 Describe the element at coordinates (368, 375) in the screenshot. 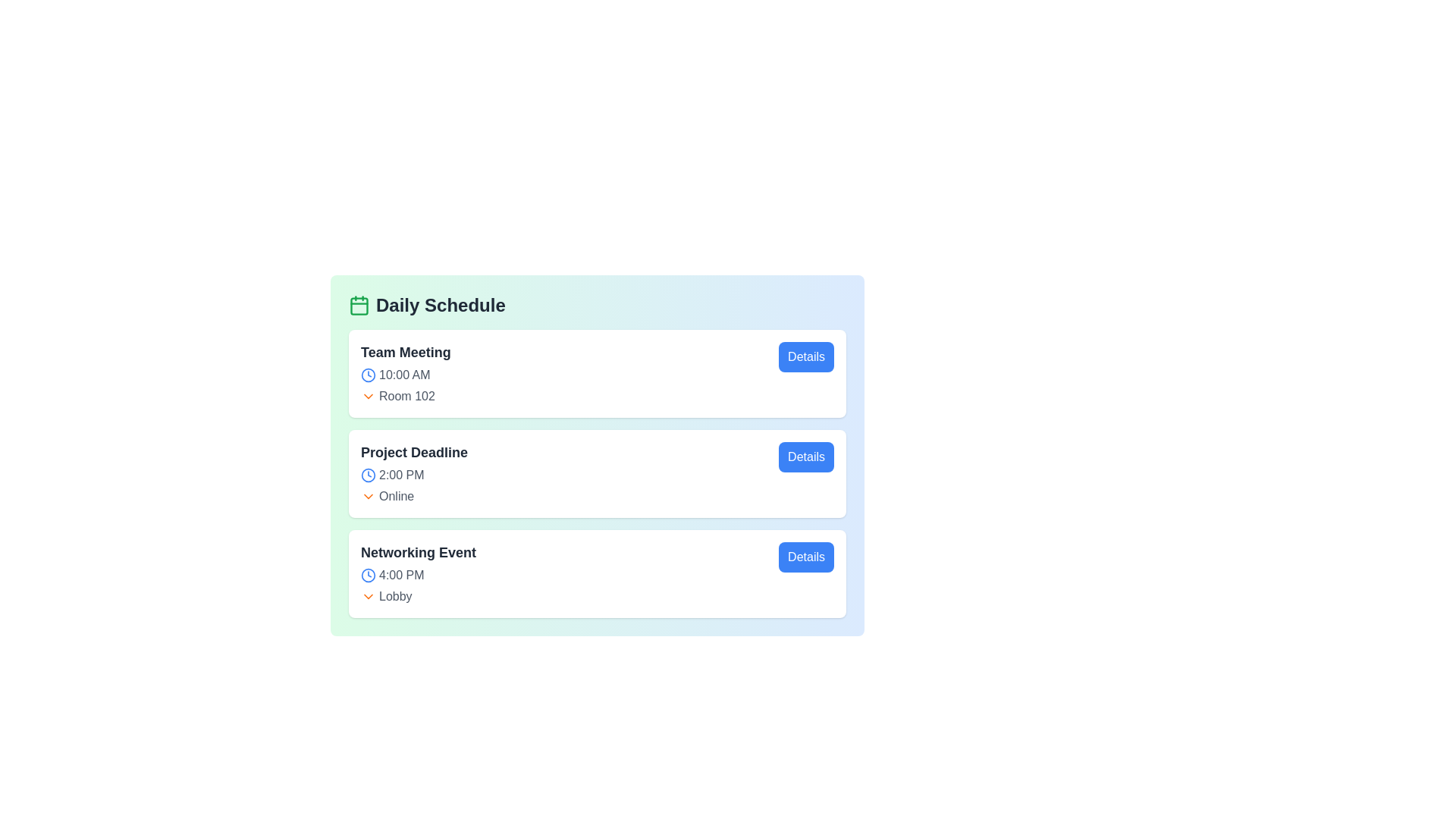

I see `the SVG Circle element representing the clock face in the 'Team Meeting' section of the 'Daily Schedule' card` at that location.